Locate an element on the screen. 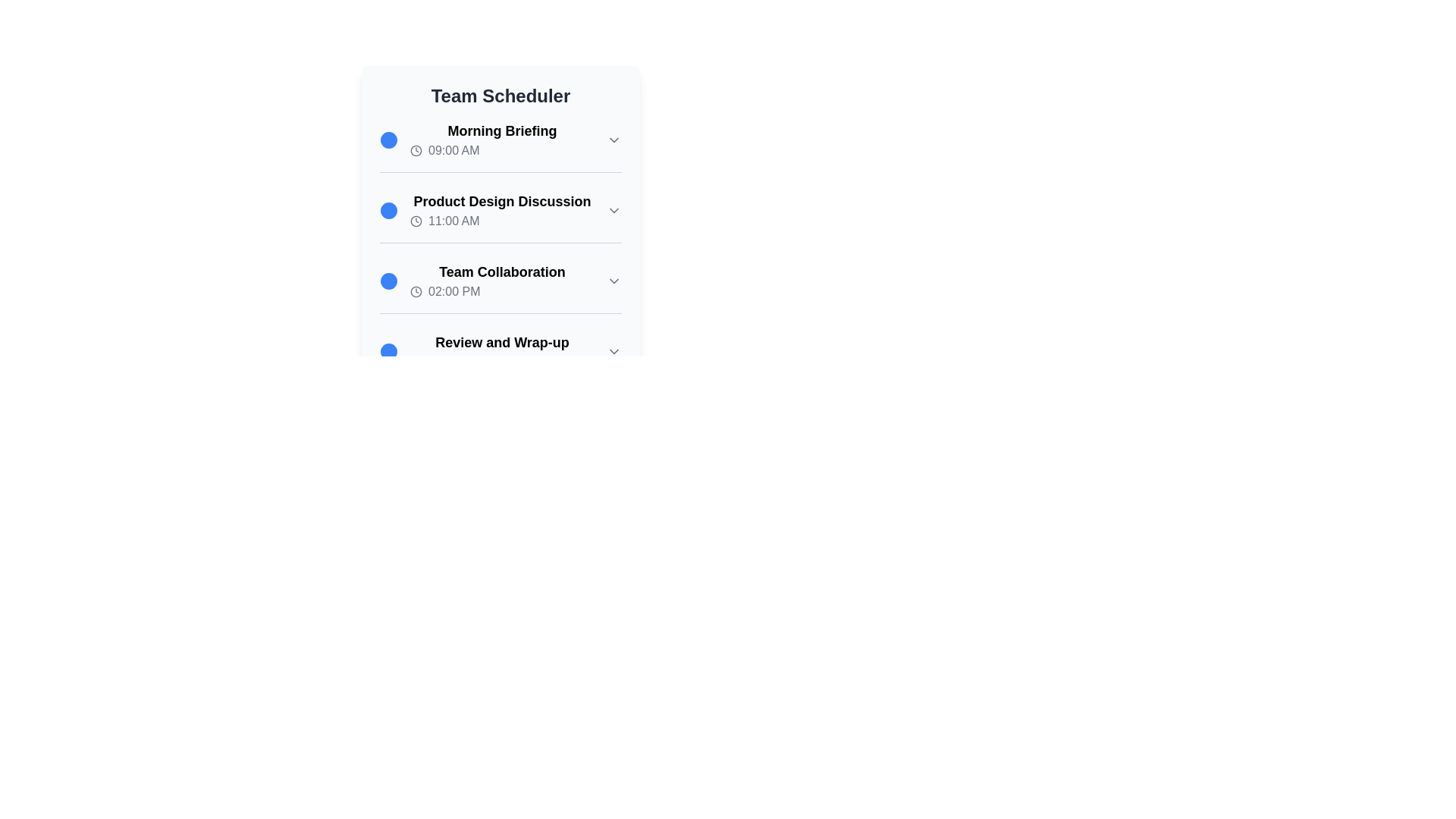  the dropdown of the second list item in the 'Team Scheduler' section is located at coordinates (500, 210).